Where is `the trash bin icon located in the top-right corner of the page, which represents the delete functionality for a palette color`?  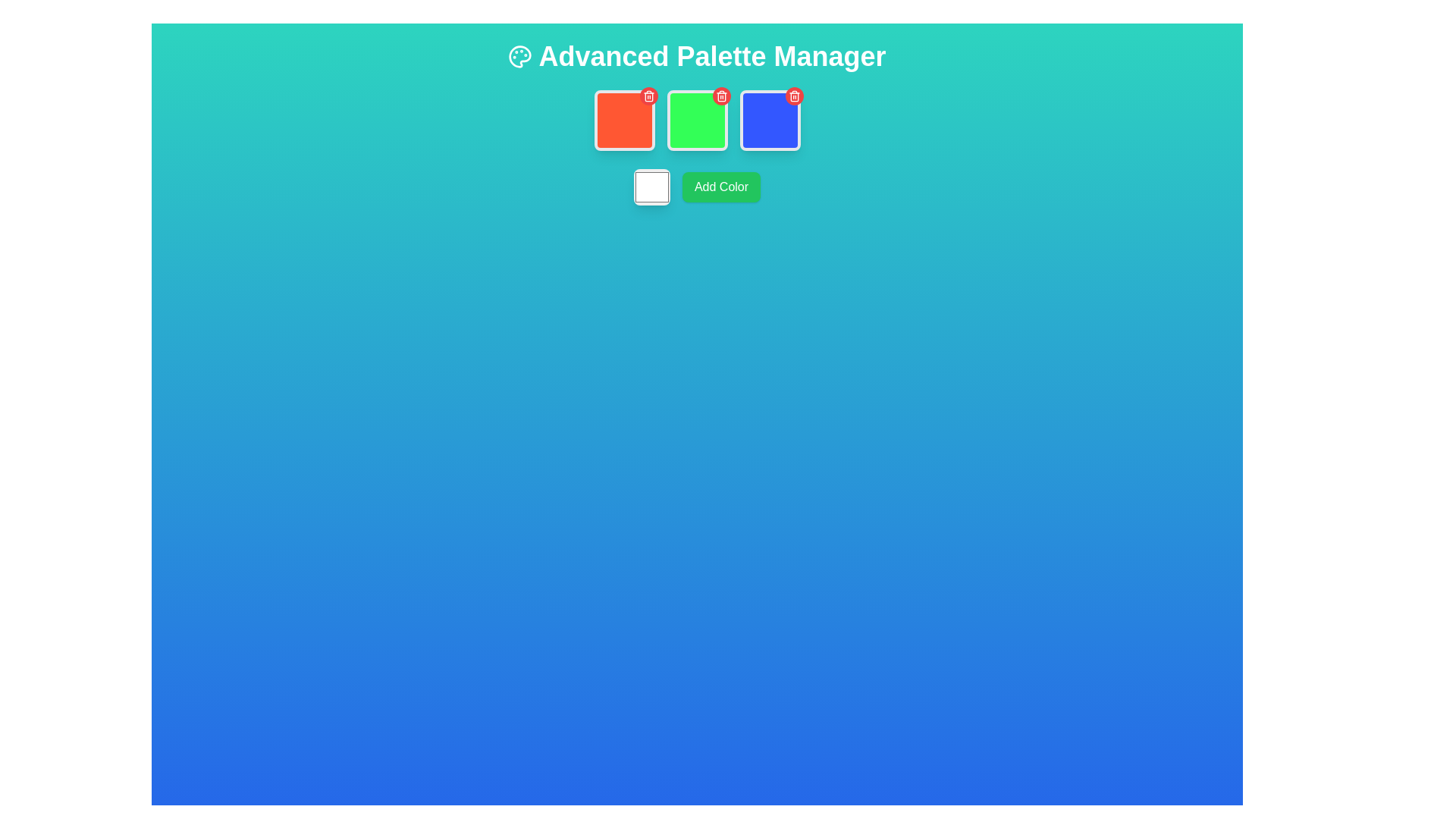
the trash bin icon located in the top-right corner of the page, which represents the delete functionality for a palette color is located at coordinates (720, 97).